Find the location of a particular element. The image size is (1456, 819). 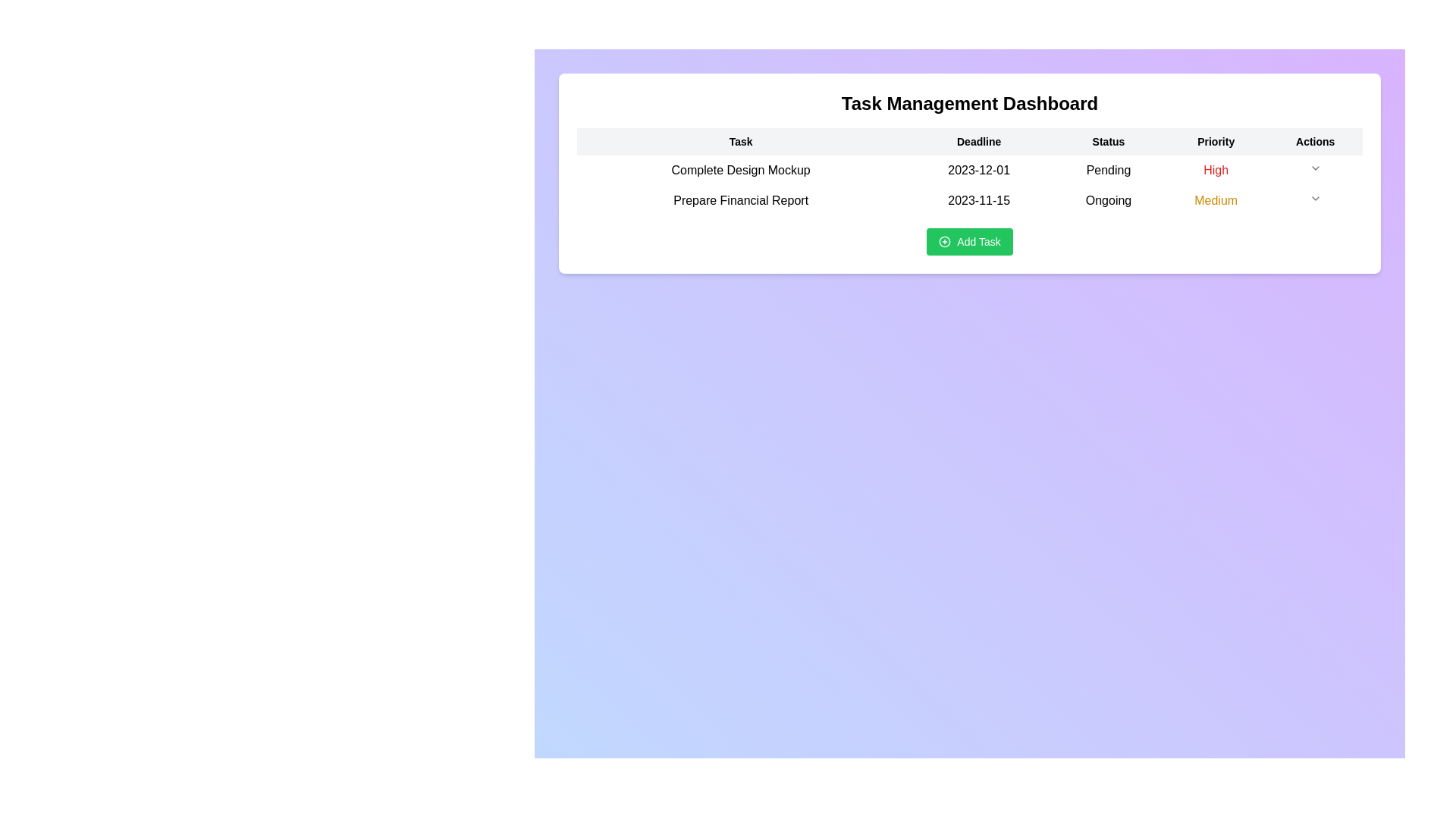

the 'Add Task' icon located within the green button to invoke the 'Add Task' functionality is located at coordinates (944, 241).